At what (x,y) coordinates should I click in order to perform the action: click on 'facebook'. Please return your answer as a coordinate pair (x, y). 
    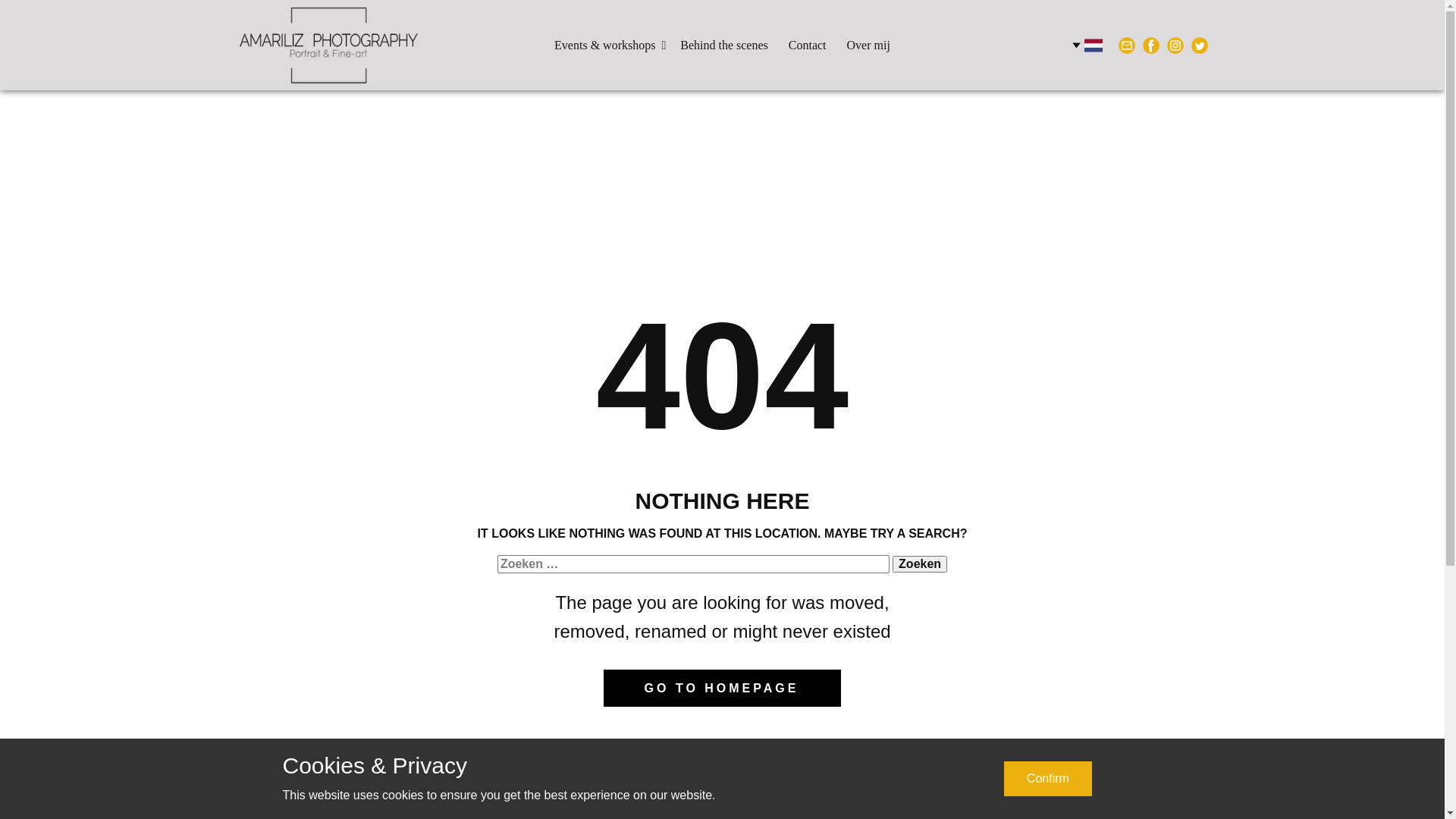
    Looking at the image, I should click on (1150, 45).